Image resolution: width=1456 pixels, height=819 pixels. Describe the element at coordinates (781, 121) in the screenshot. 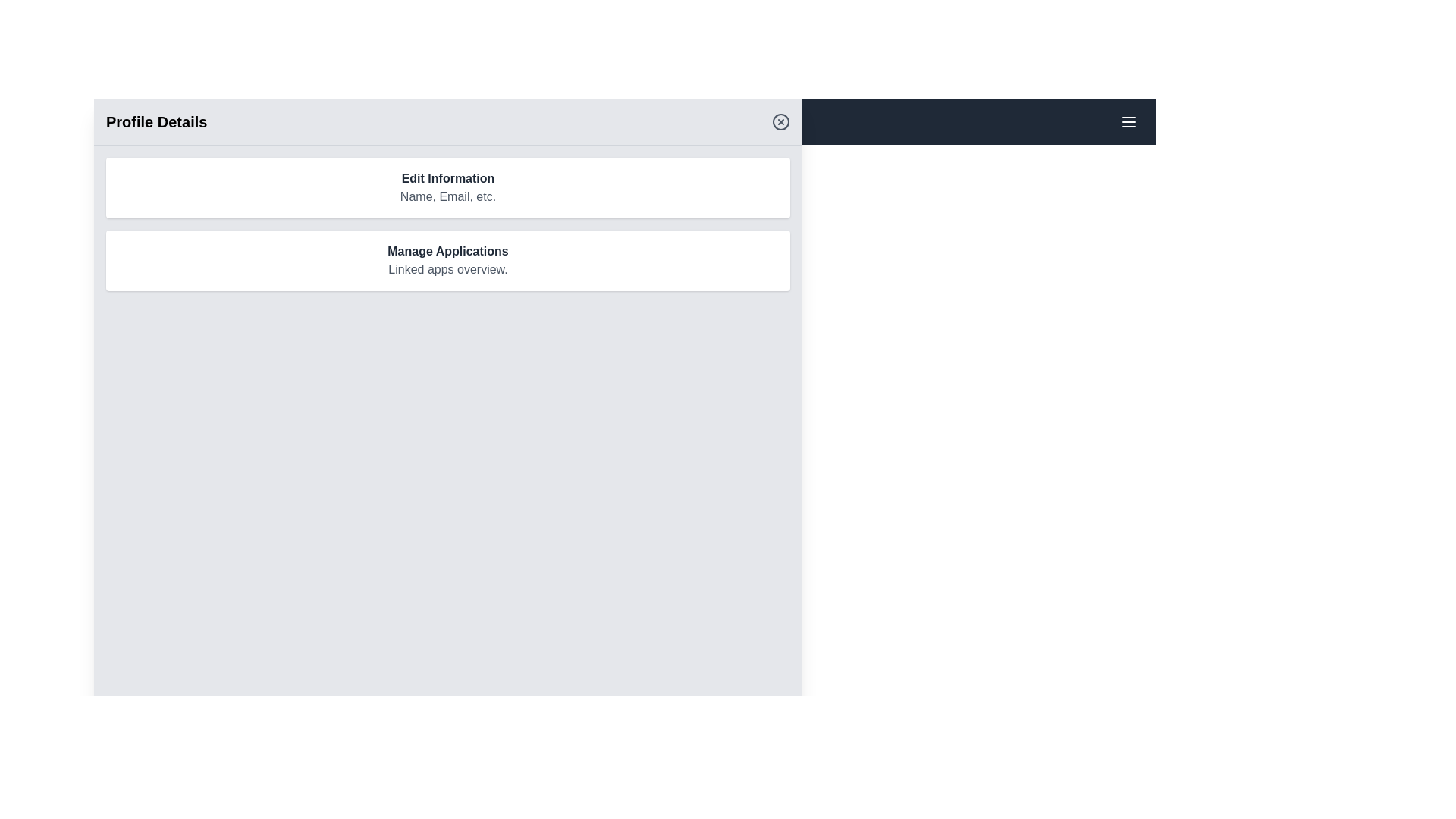

I see `the close button for the 'Profile Details' section` at that location.